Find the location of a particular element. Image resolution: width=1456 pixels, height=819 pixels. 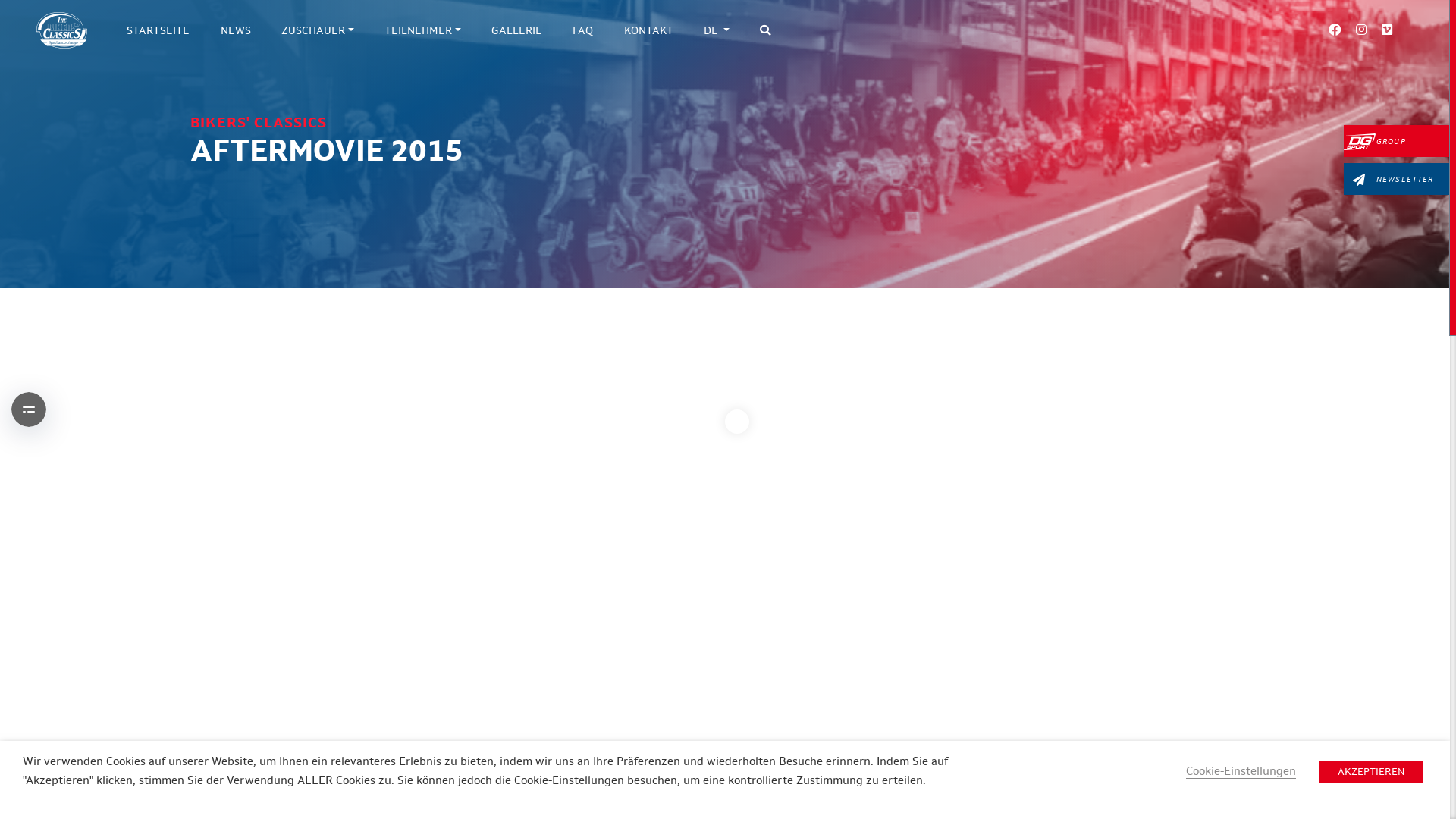

'NEWSLETTER' is located at coordinates (1396, 177).